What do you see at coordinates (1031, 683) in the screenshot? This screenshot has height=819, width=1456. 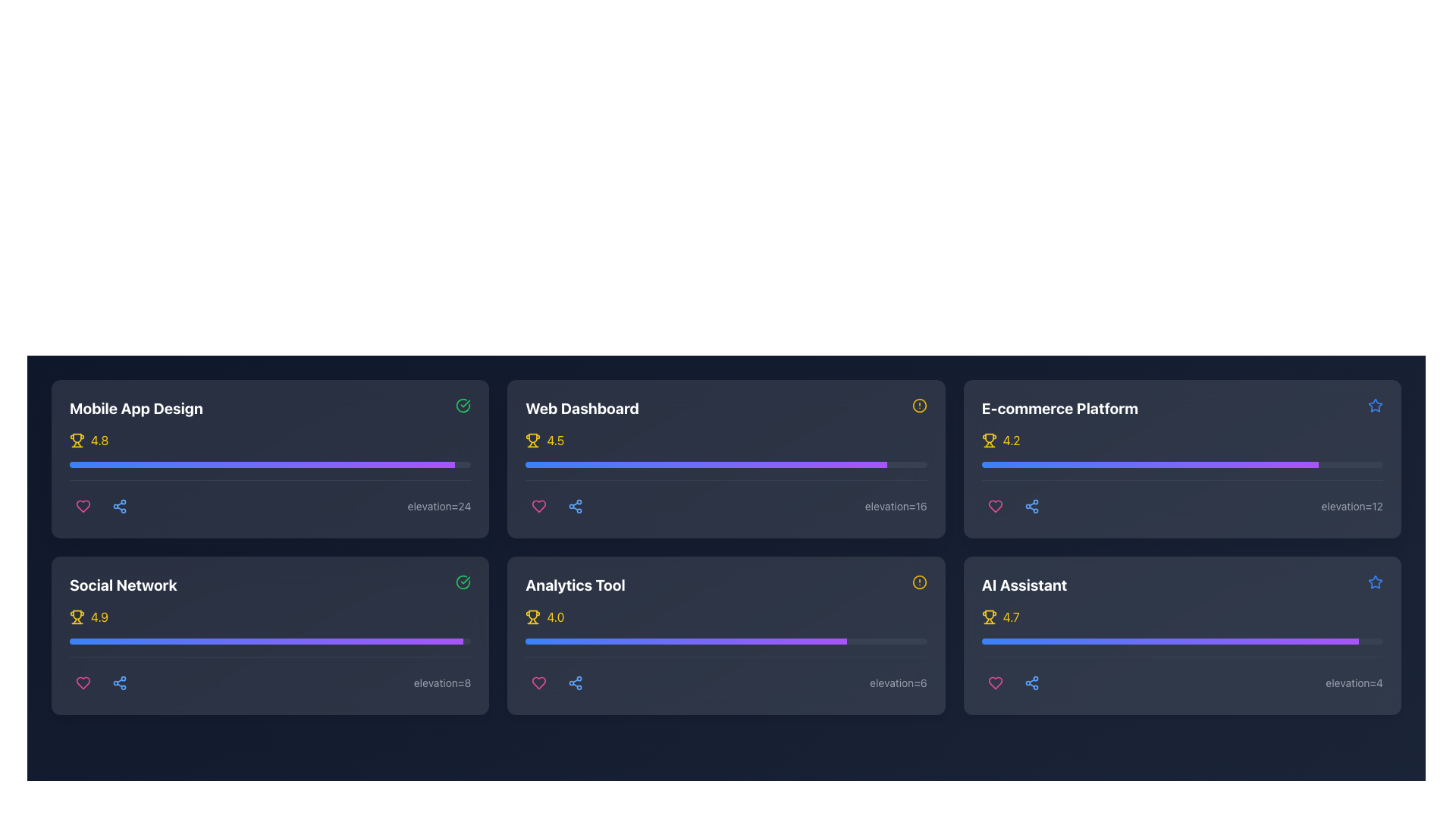 I see `the share icon represented as a cluster of three blue circles interconnected by lines, located in the bottom center of the 'AI Assistant' card to initiate a share prompt` at bounding box center [1031, 683].